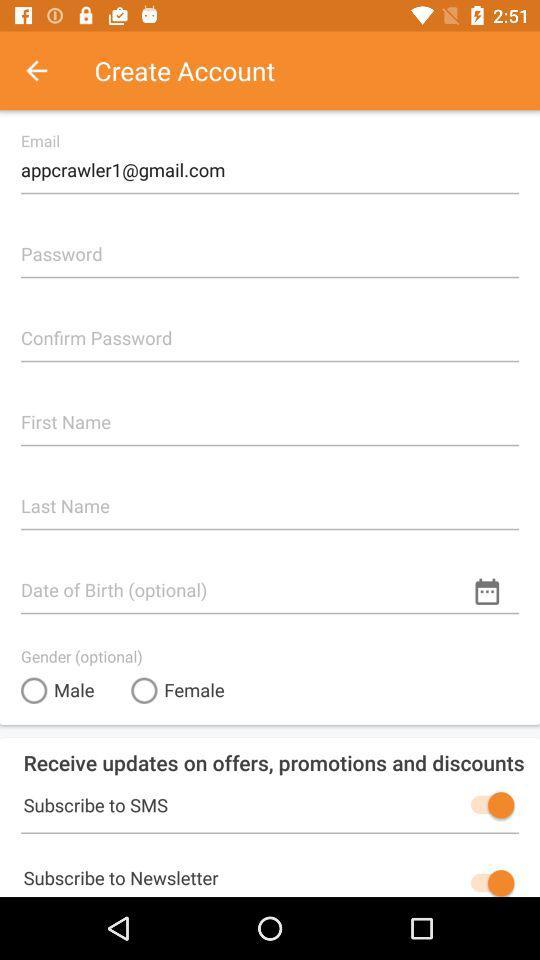  Describe the element at coordinates (177, 690) in the screenshot. I see `item below gender (optional)` at that location.